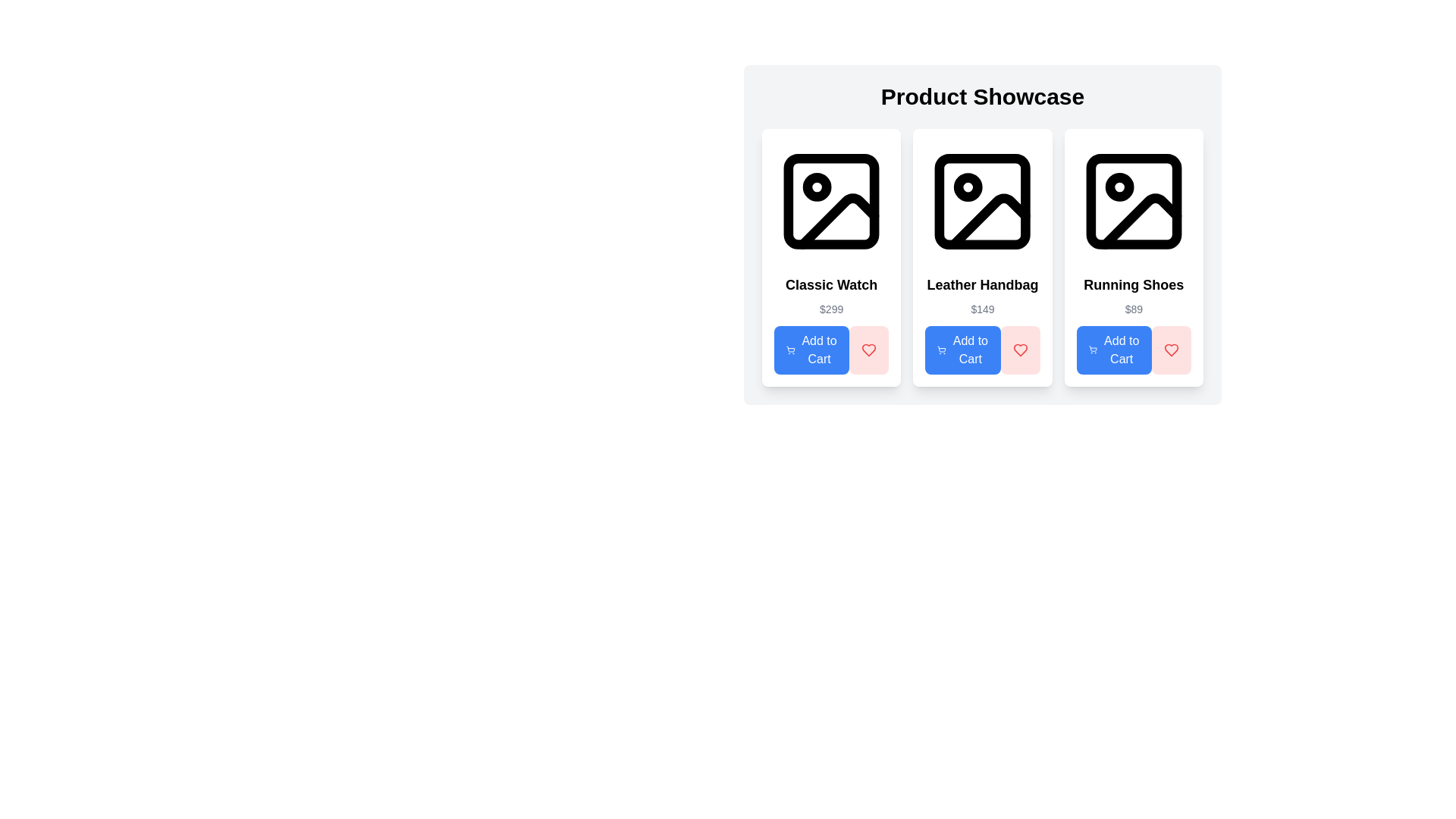  I want to click on the price label displaying '$89' located below 'Running Shoes' within the third product card, so click(1134, 309).